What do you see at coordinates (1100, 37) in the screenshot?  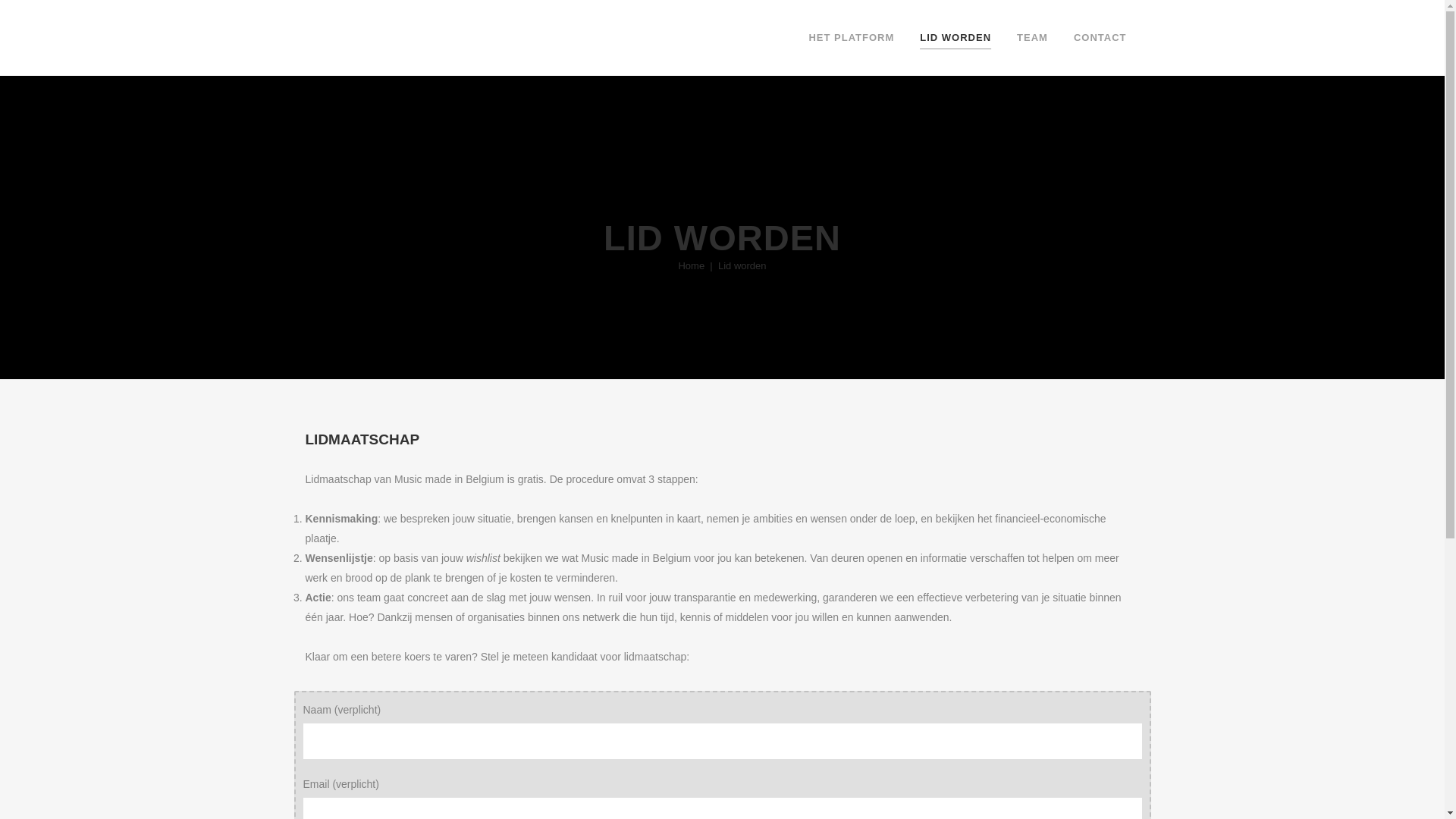 I see `'CONTACT'` at bounding box center [1100, 37].